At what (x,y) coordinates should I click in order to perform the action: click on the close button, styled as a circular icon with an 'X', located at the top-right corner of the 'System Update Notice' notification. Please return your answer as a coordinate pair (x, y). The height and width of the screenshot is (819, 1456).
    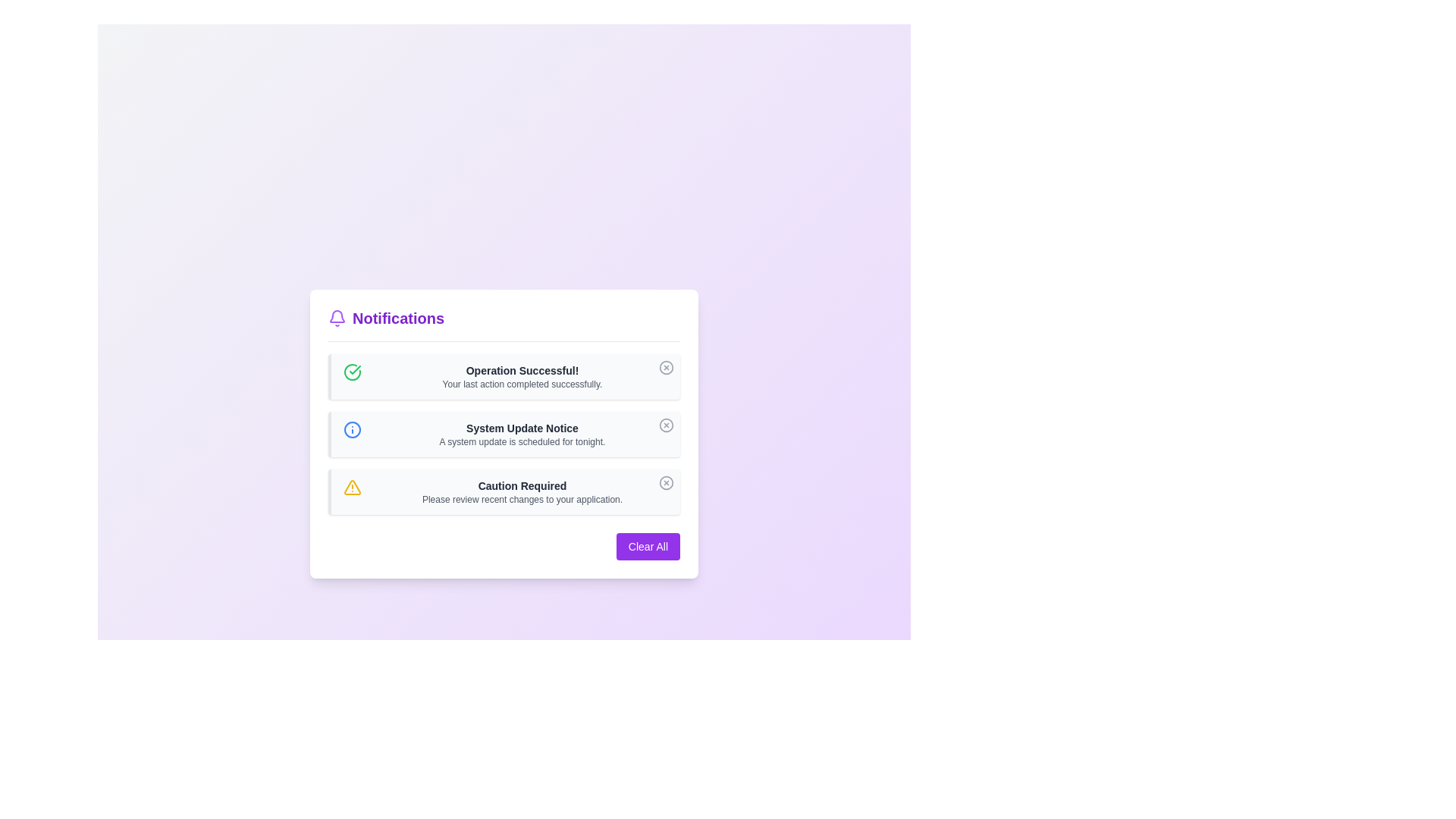
    Looking at the image, I should click on (666, 425).